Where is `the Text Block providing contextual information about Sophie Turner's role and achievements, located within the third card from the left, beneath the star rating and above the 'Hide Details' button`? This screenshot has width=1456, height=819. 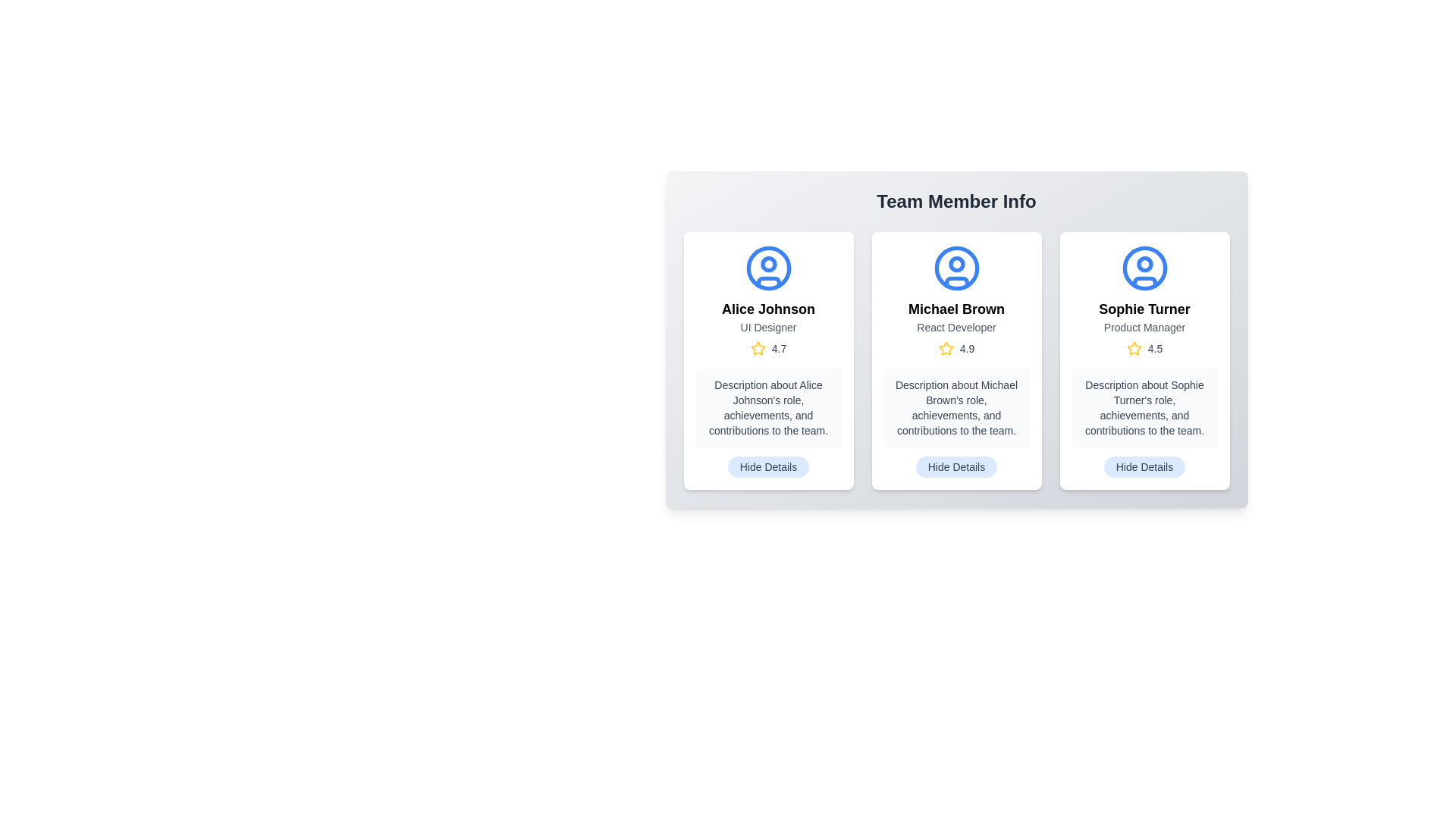
the Text Block providing contextual information about Sophie Turner's role and achievements, located within the third card from the left, beneath the star rating and above the 'Hide Details' button is located at coordinates (1144, 406).